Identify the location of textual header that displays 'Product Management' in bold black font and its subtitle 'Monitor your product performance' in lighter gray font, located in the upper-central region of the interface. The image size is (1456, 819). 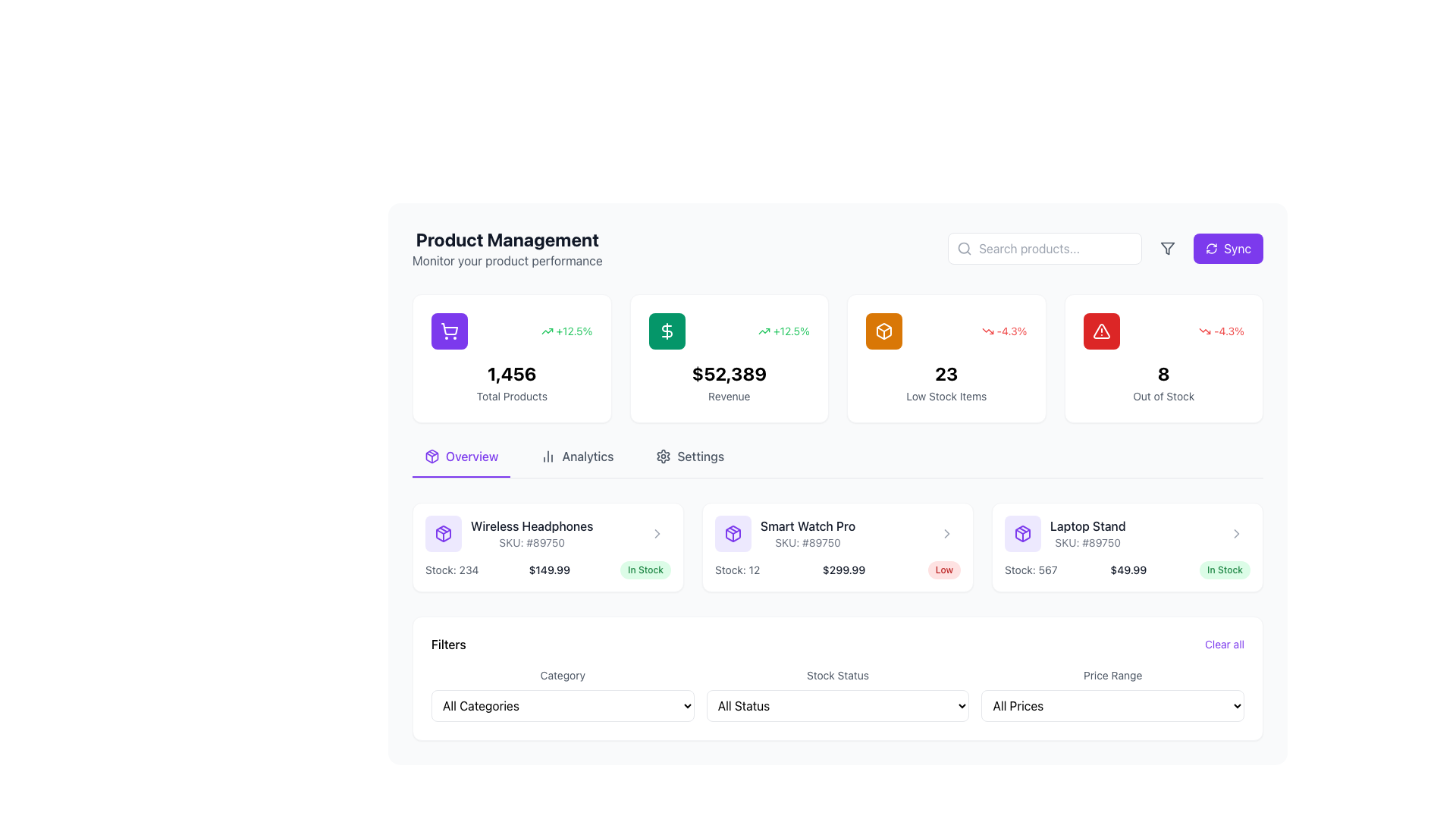
(507, 247).